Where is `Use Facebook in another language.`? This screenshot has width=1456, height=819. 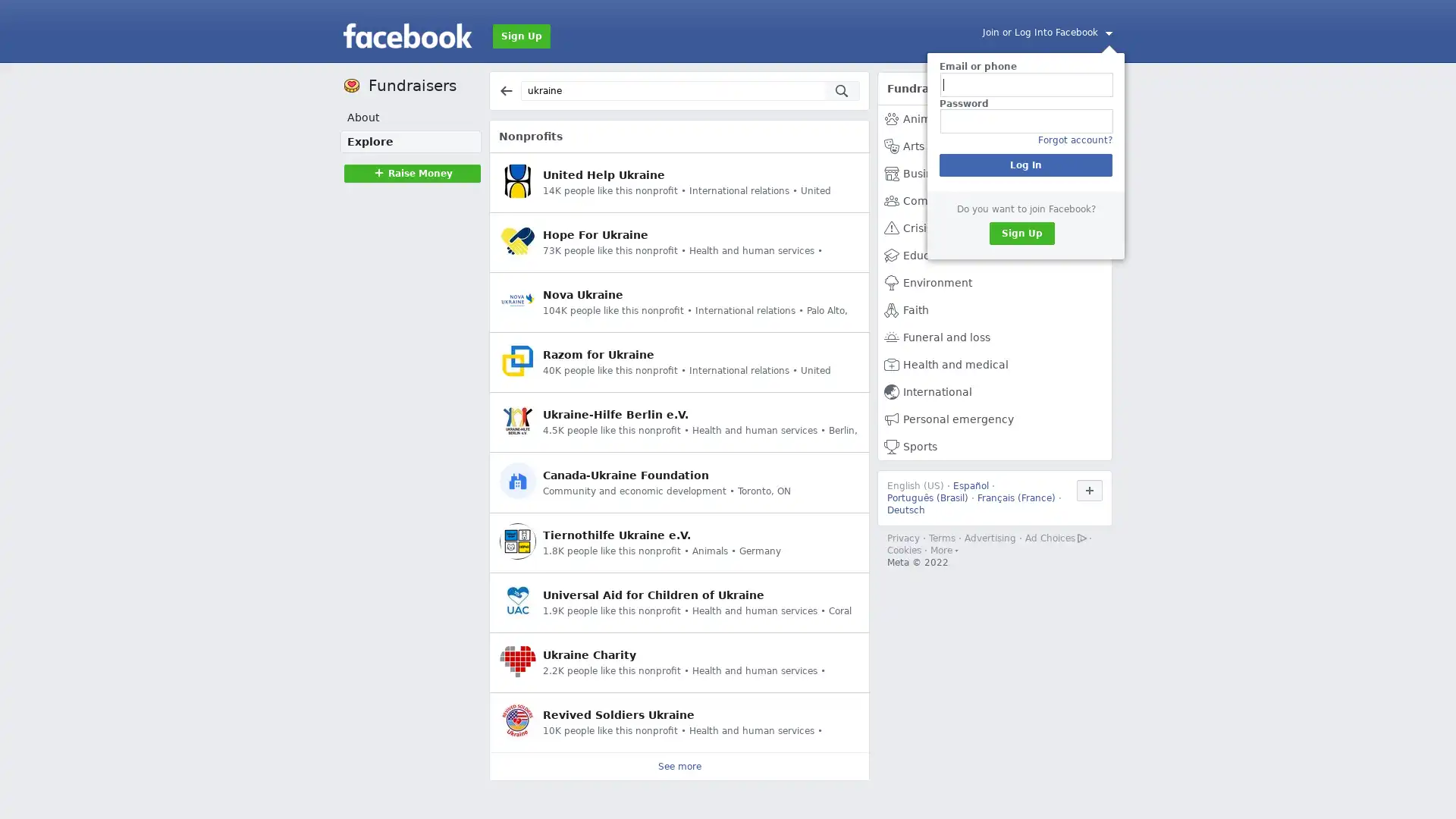
Use Facebook in another language. is located at coordinates (1088, 491).